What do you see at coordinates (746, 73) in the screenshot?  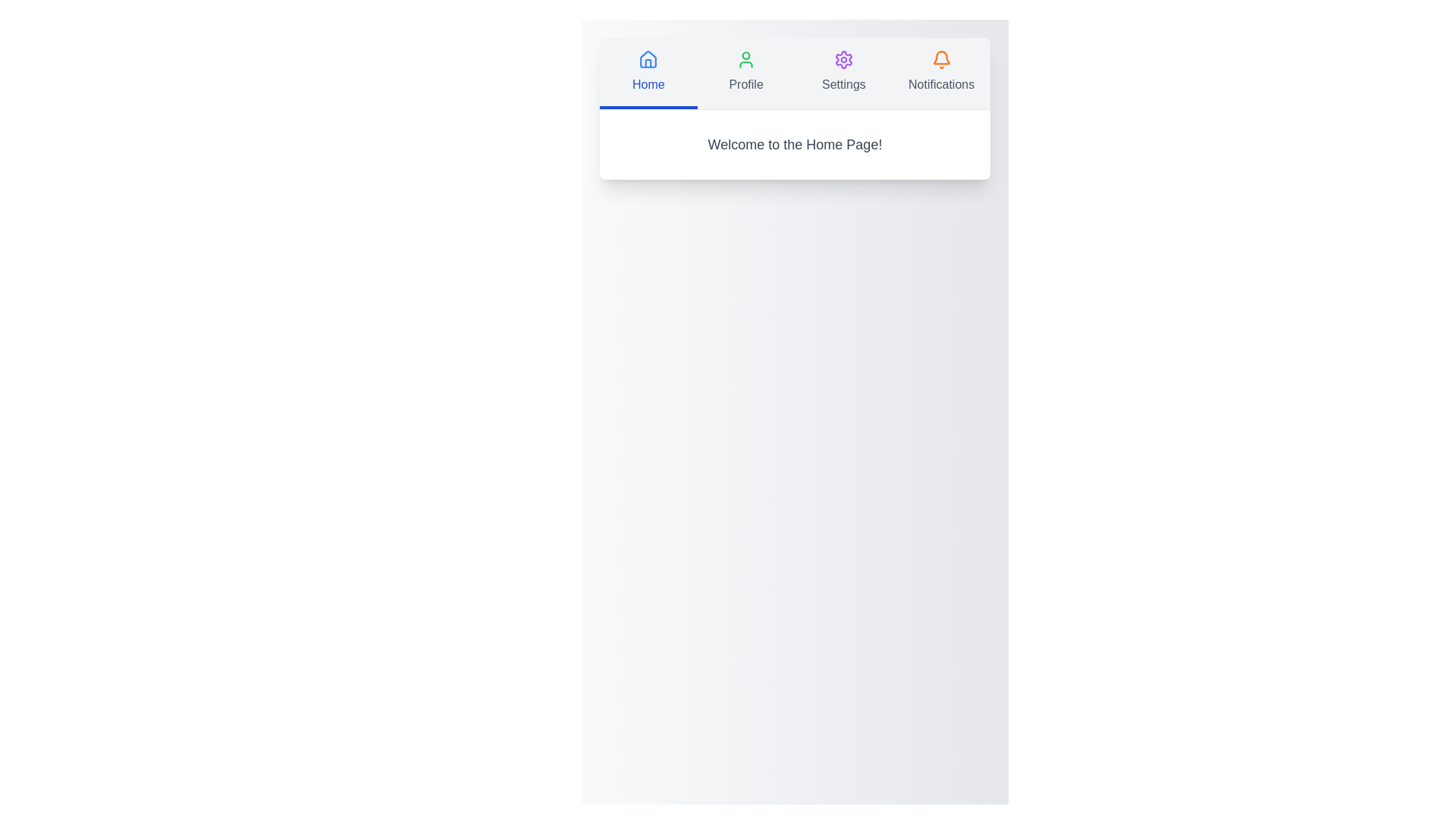 I see `the Profile tab` at bounding box center [746, 73].